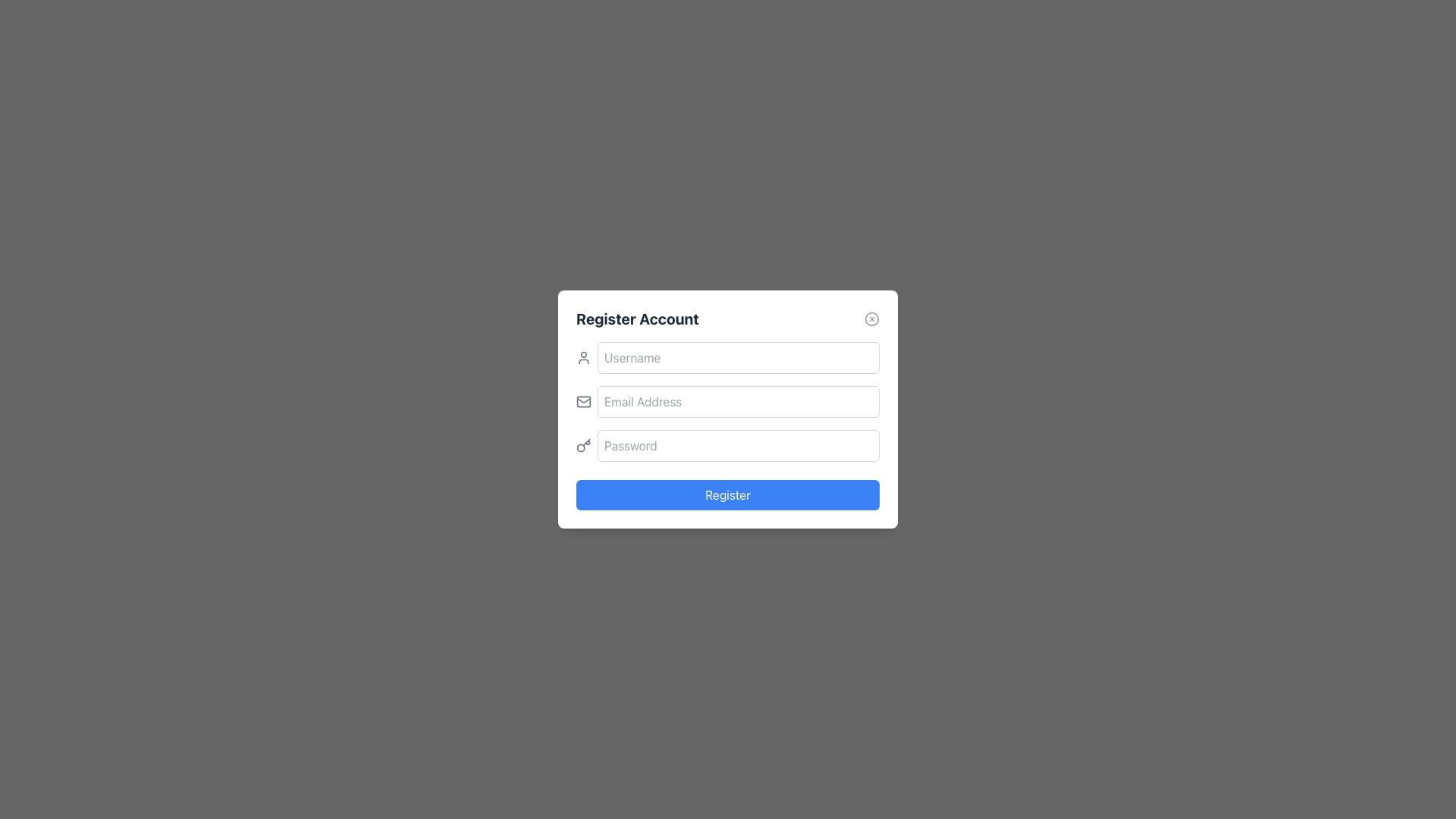  I want to click on the 'Email Address' input field located under the 'Register Account' title, so click(739, 400).